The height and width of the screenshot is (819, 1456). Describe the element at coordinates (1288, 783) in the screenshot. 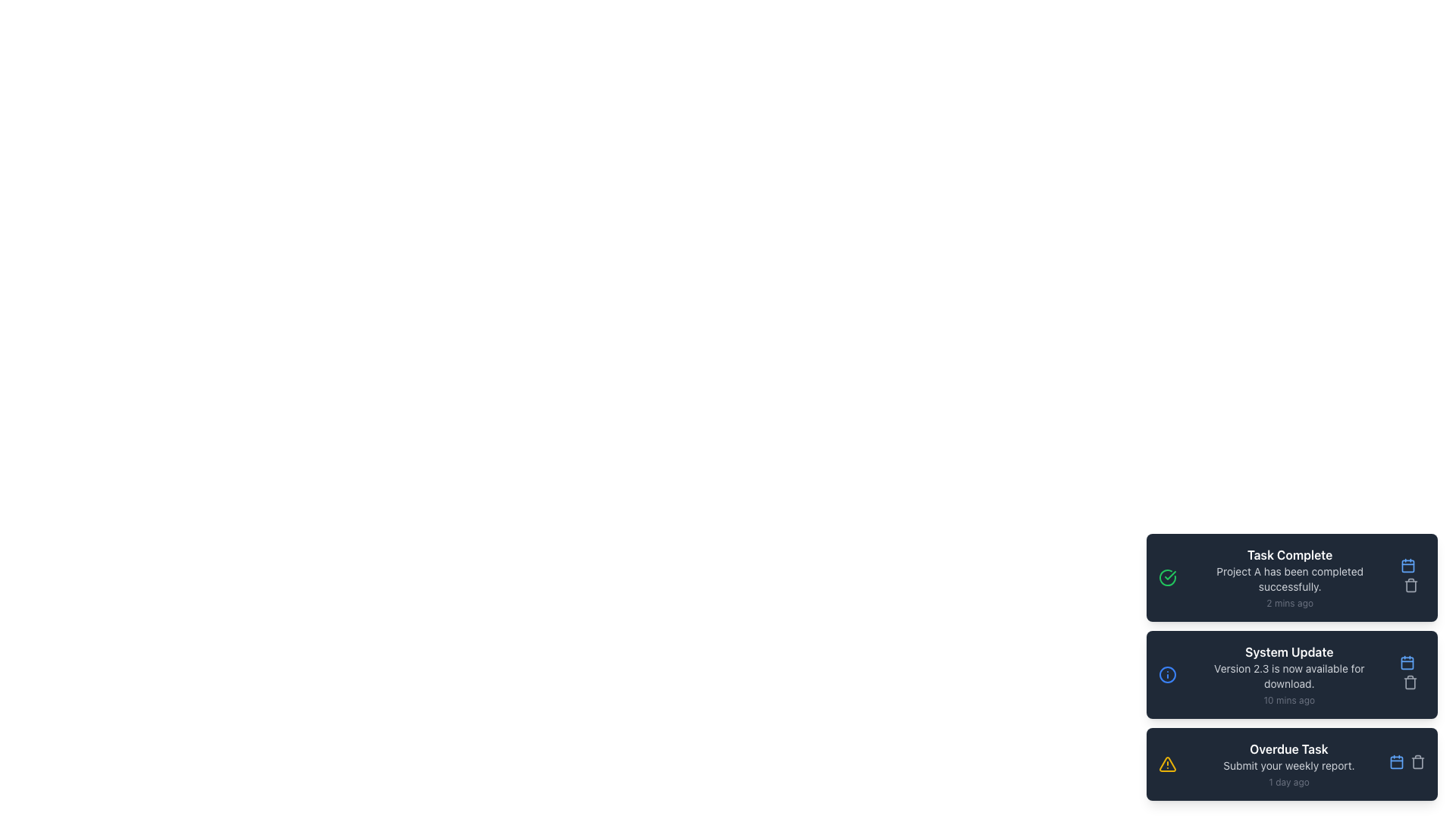

I see `timestamp text label that displays '1 day ago' located within the third card from the top, beneath the description 'Submit your weekly report'` at that location.